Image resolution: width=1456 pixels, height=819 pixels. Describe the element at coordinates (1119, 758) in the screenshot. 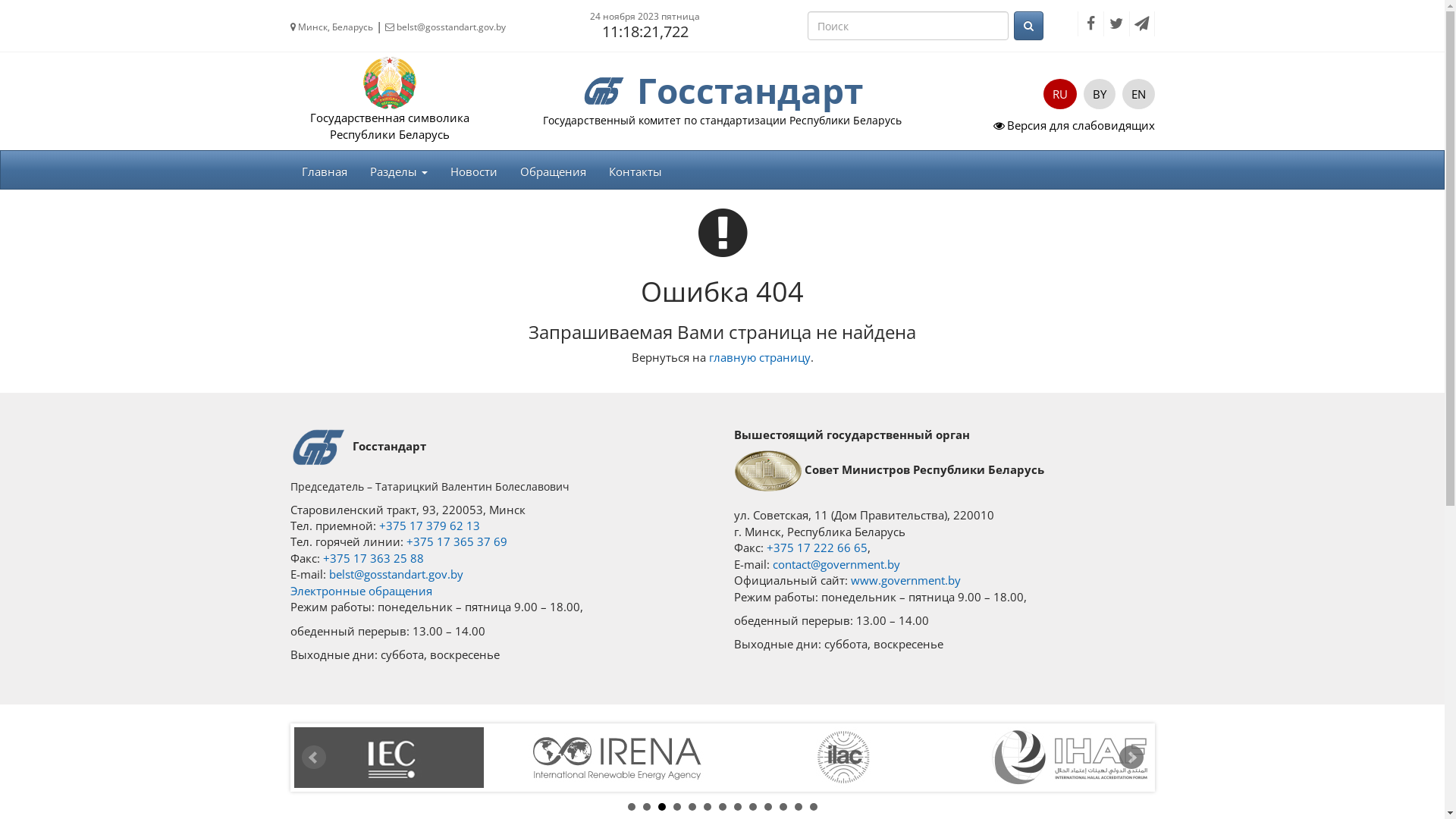

I see `'Next'` at that location.